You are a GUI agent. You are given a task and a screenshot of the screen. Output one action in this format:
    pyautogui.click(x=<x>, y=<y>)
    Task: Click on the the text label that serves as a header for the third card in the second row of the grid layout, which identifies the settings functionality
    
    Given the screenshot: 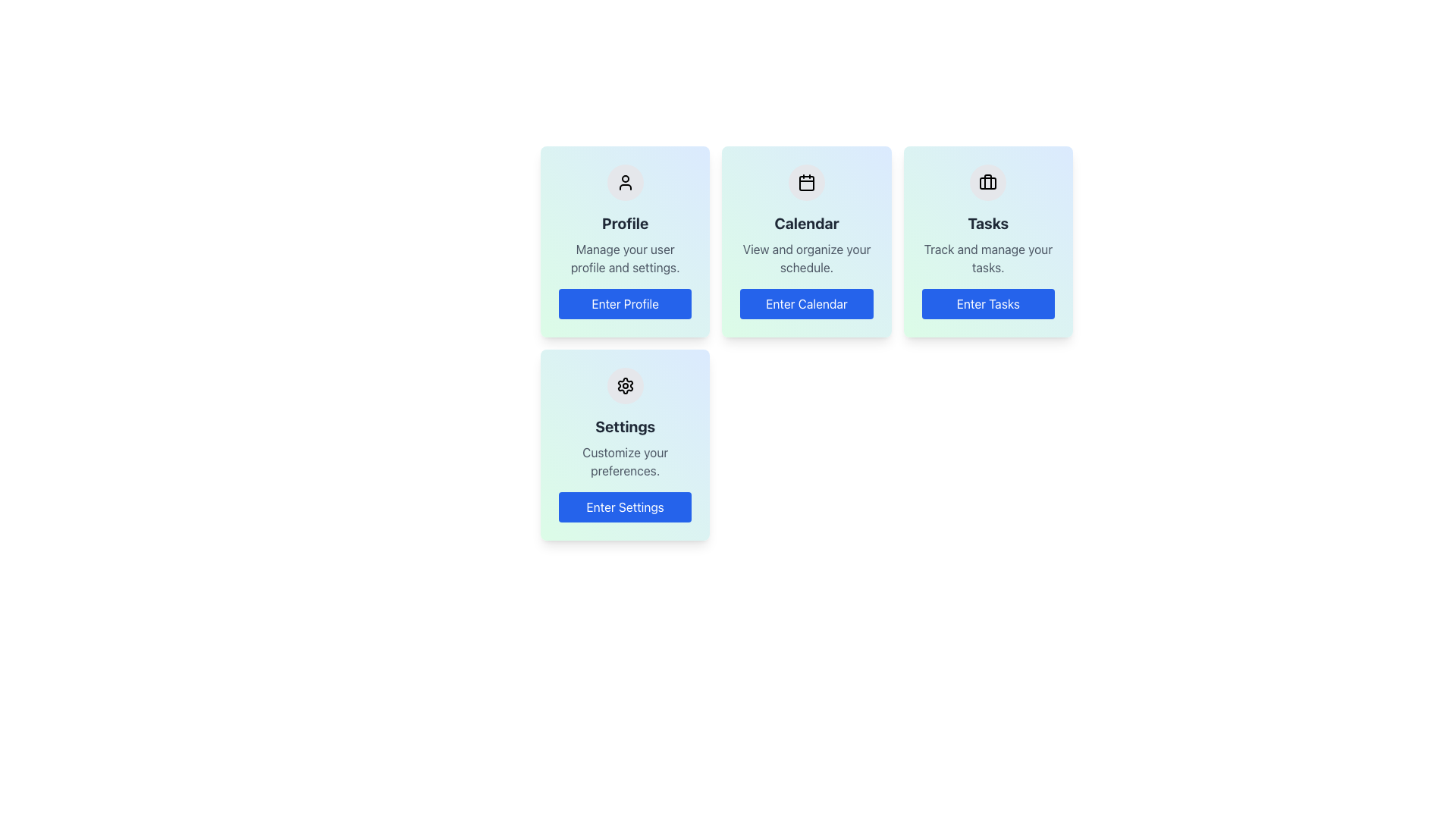 What is the action you would take?
    pyautogui.click(x=625, y=427)
    